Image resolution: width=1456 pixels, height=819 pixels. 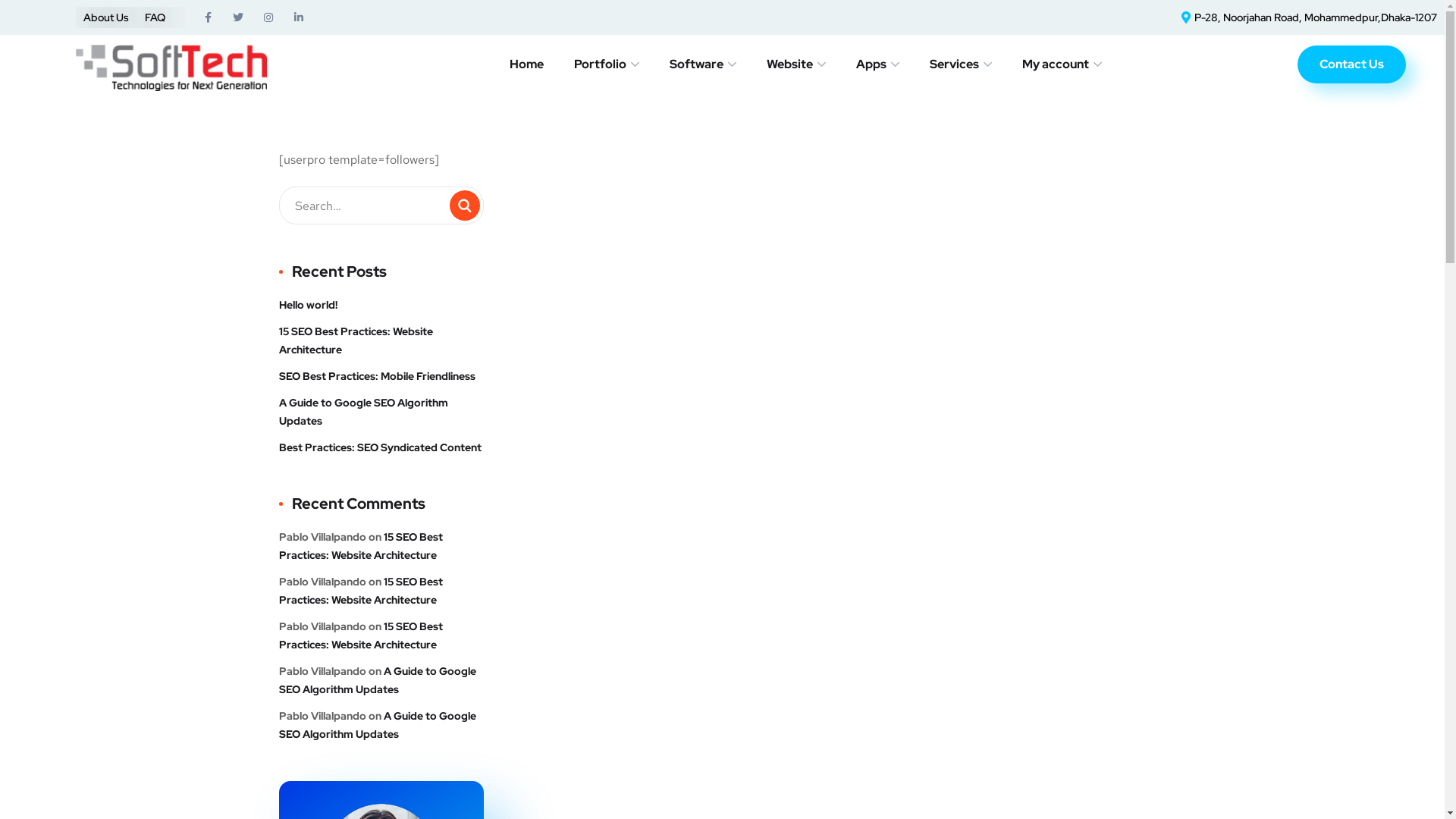 What do you see at coordinates (701, 63) in the screenshot?
I see `'Software'` at bounding box center [701, 63].